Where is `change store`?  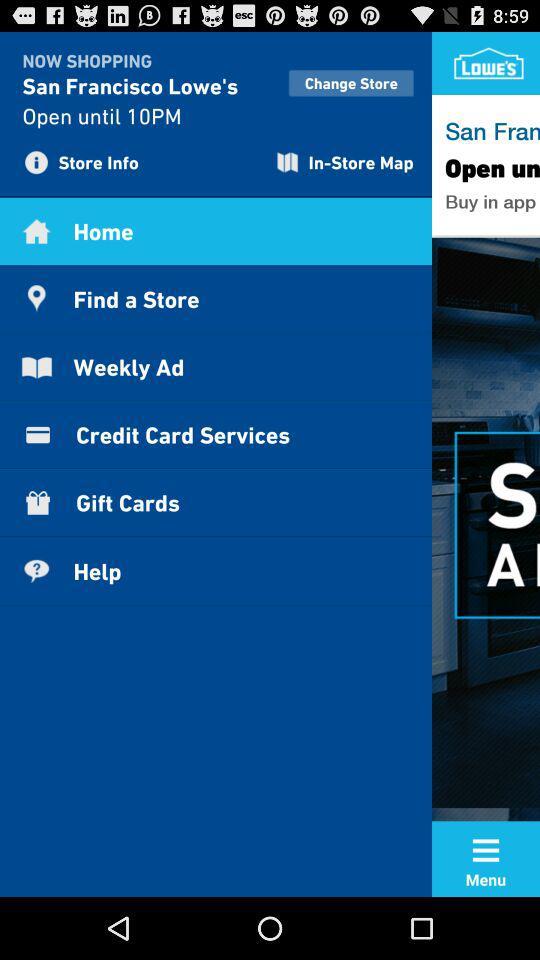
change store is located at coordinates (350, 83).